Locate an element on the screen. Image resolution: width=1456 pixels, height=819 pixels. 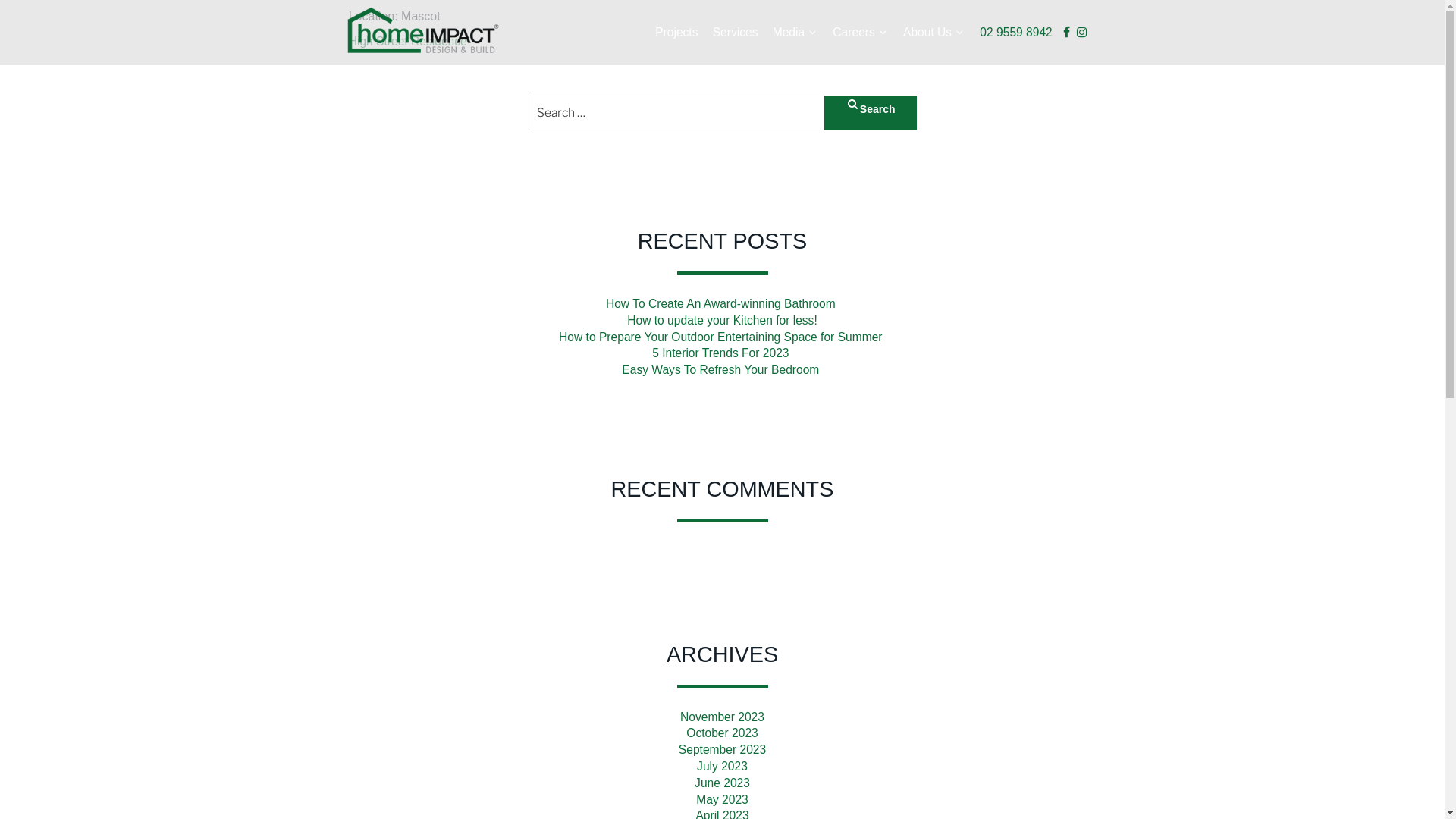
'October 2023' is located at coordinates (721, 732).